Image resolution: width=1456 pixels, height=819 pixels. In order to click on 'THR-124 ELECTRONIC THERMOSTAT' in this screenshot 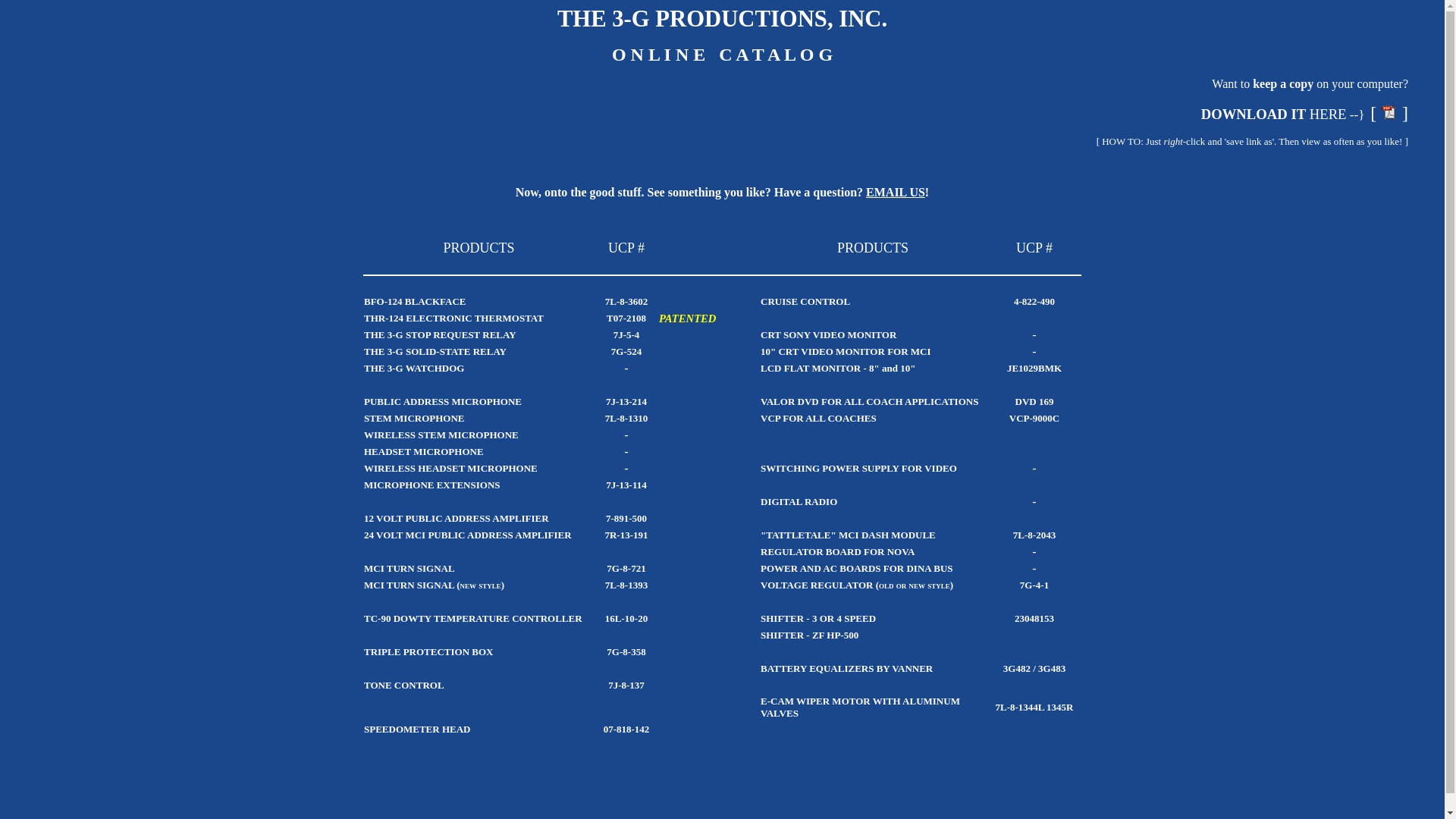, I will do `click(364, 317)`.